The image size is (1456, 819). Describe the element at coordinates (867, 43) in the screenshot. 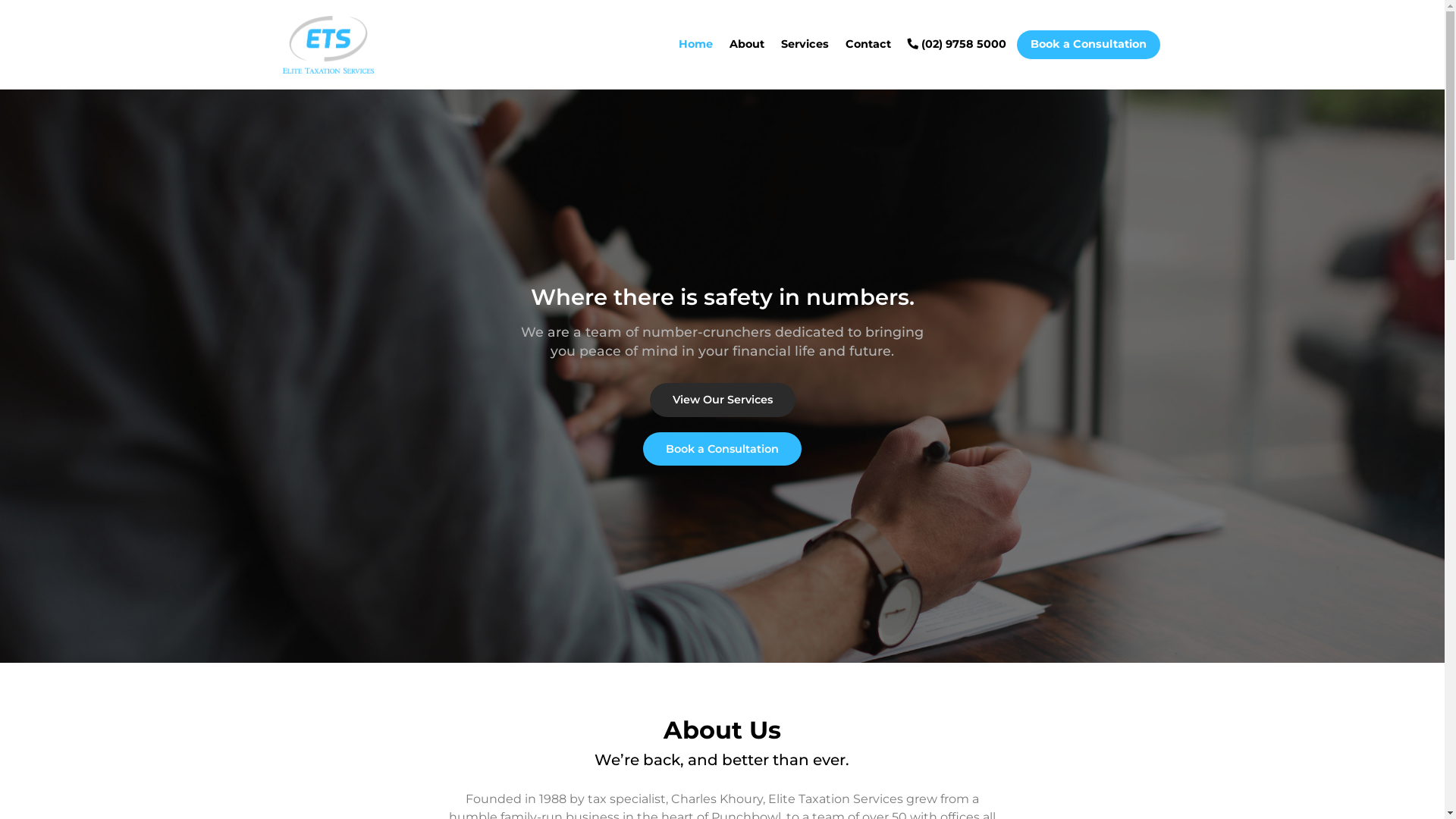

I see `'Contact'` at that location.